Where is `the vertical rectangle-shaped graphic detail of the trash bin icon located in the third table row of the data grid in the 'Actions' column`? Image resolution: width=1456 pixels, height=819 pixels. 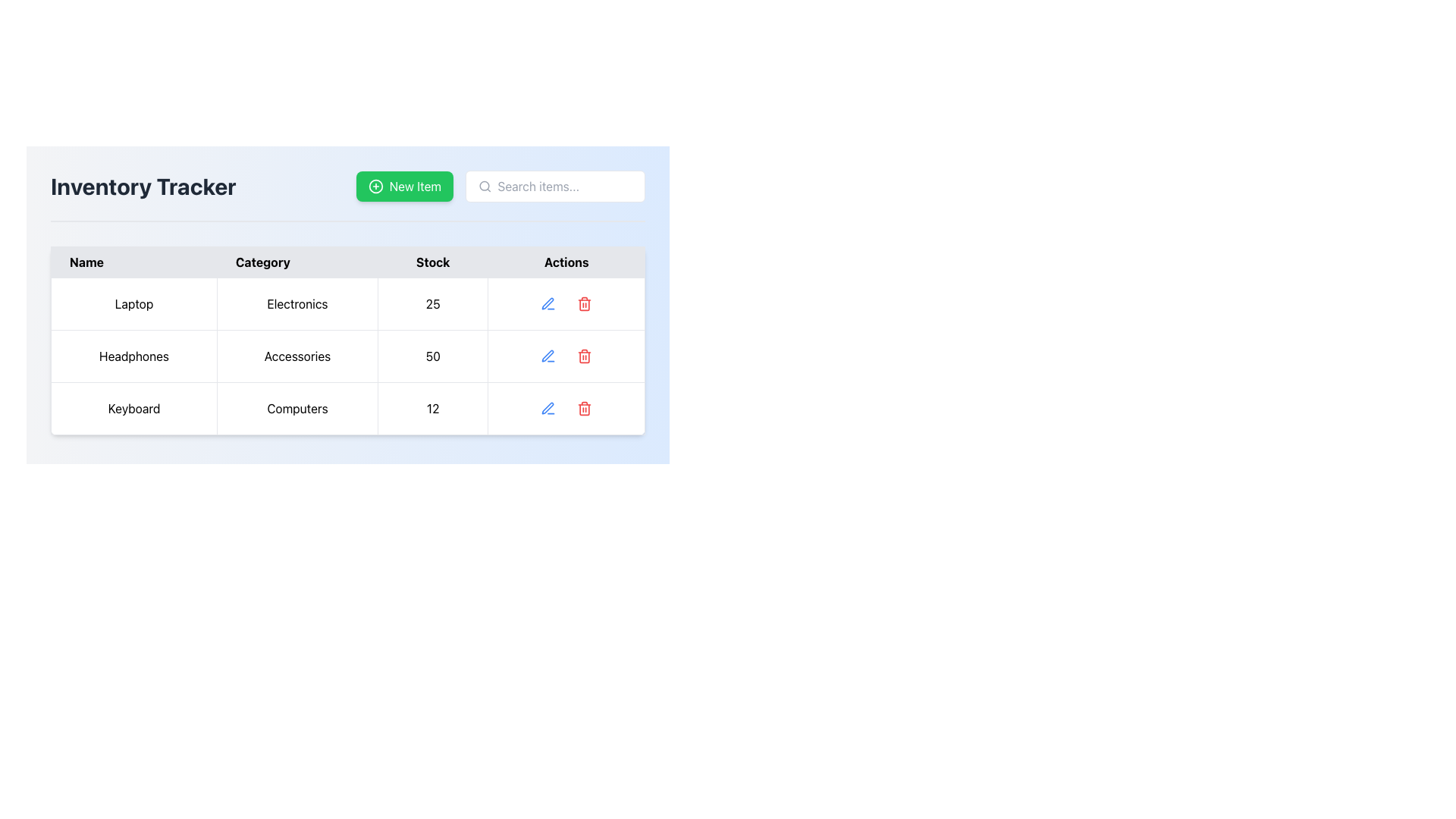 the vertical rectangle-shaped graphic detail of the trash bin icon located in the third table row of the data grid in the 'Actions' column is located at coordinates (584, 409).